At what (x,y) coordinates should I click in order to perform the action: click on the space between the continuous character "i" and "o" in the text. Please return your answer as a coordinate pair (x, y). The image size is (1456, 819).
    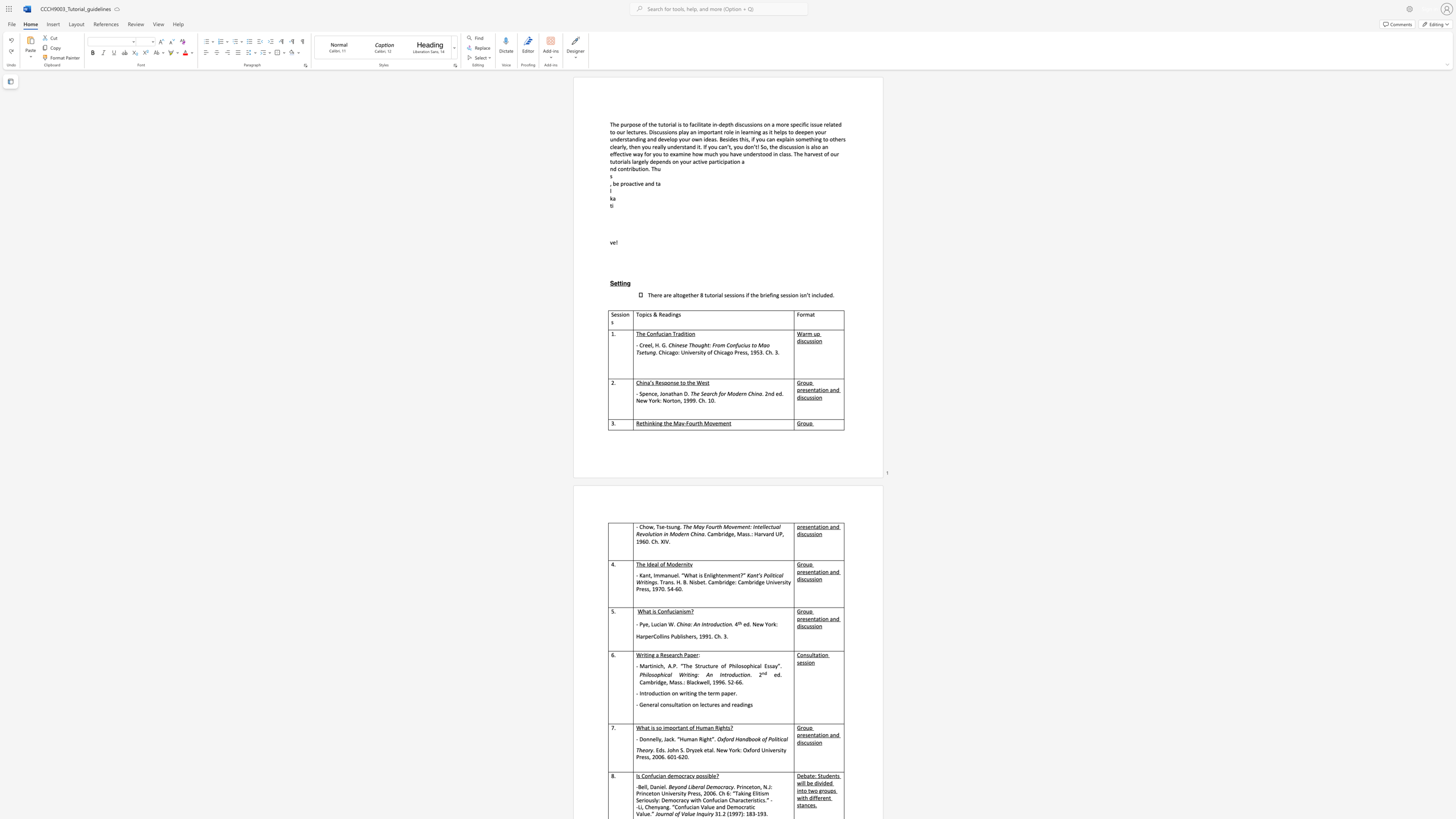
    Looking at the image, I should click on (689, 333).